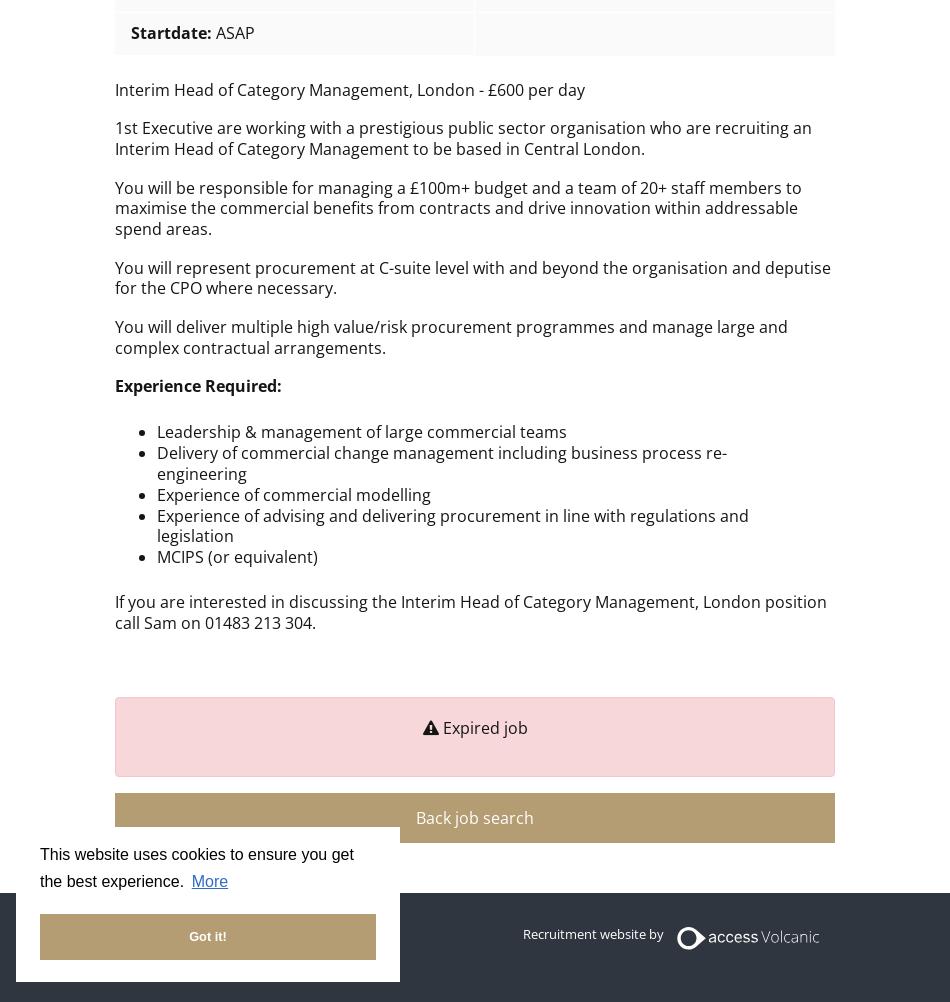 Image resolution: width=950 pixels, height=1002 pixels. What do you see at coordinates (439, 462) in the screenshot?
I see `'Delivery of commercial change management including business process re-engineering'` at bounding box center [439, 462].